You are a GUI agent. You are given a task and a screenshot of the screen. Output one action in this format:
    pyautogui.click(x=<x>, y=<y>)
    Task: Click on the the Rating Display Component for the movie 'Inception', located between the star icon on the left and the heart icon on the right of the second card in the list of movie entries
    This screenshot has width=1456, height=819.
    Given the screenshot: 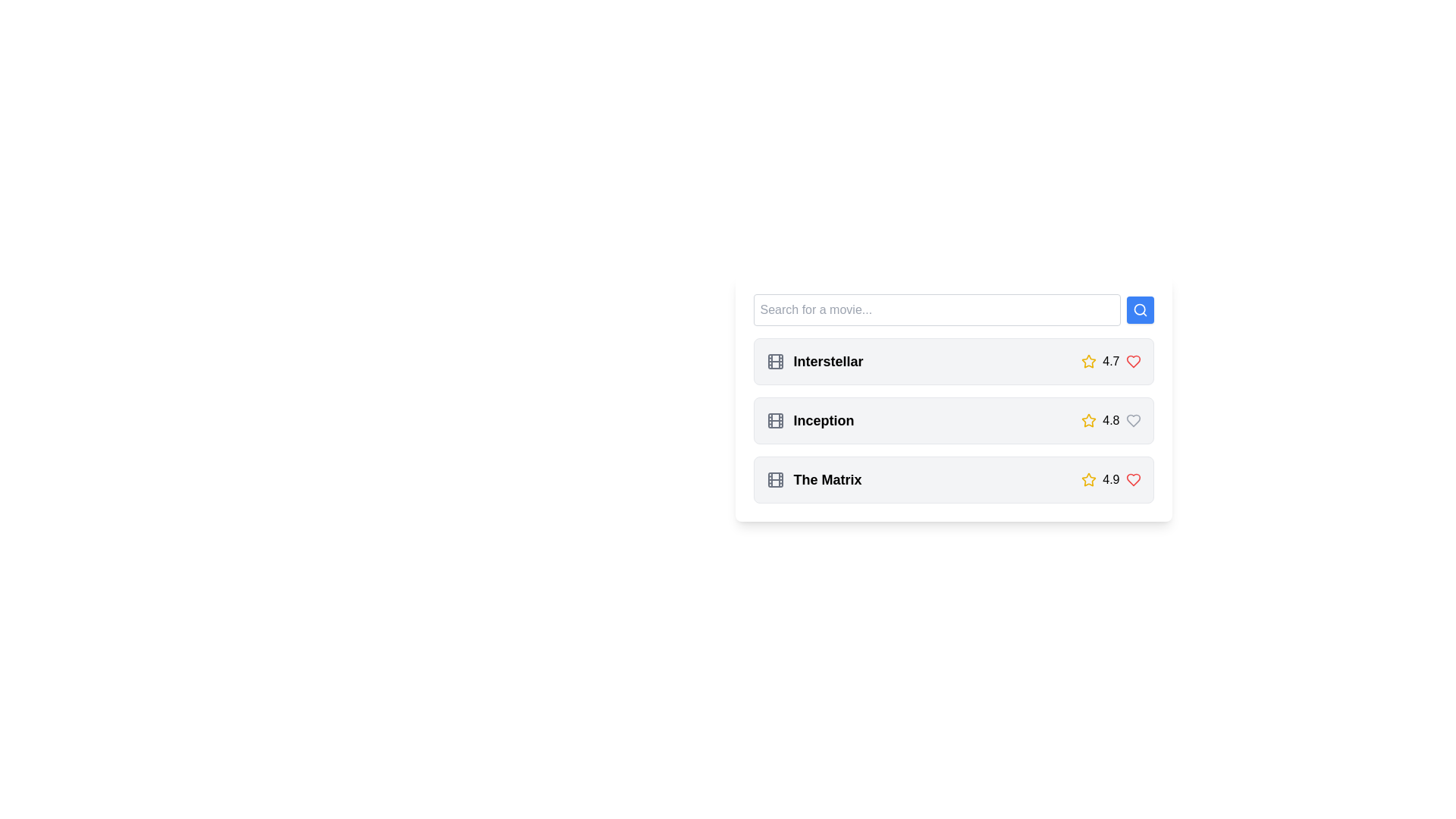 What is the action you would take?
    pyautogui.click(x=1111, y=421)
    